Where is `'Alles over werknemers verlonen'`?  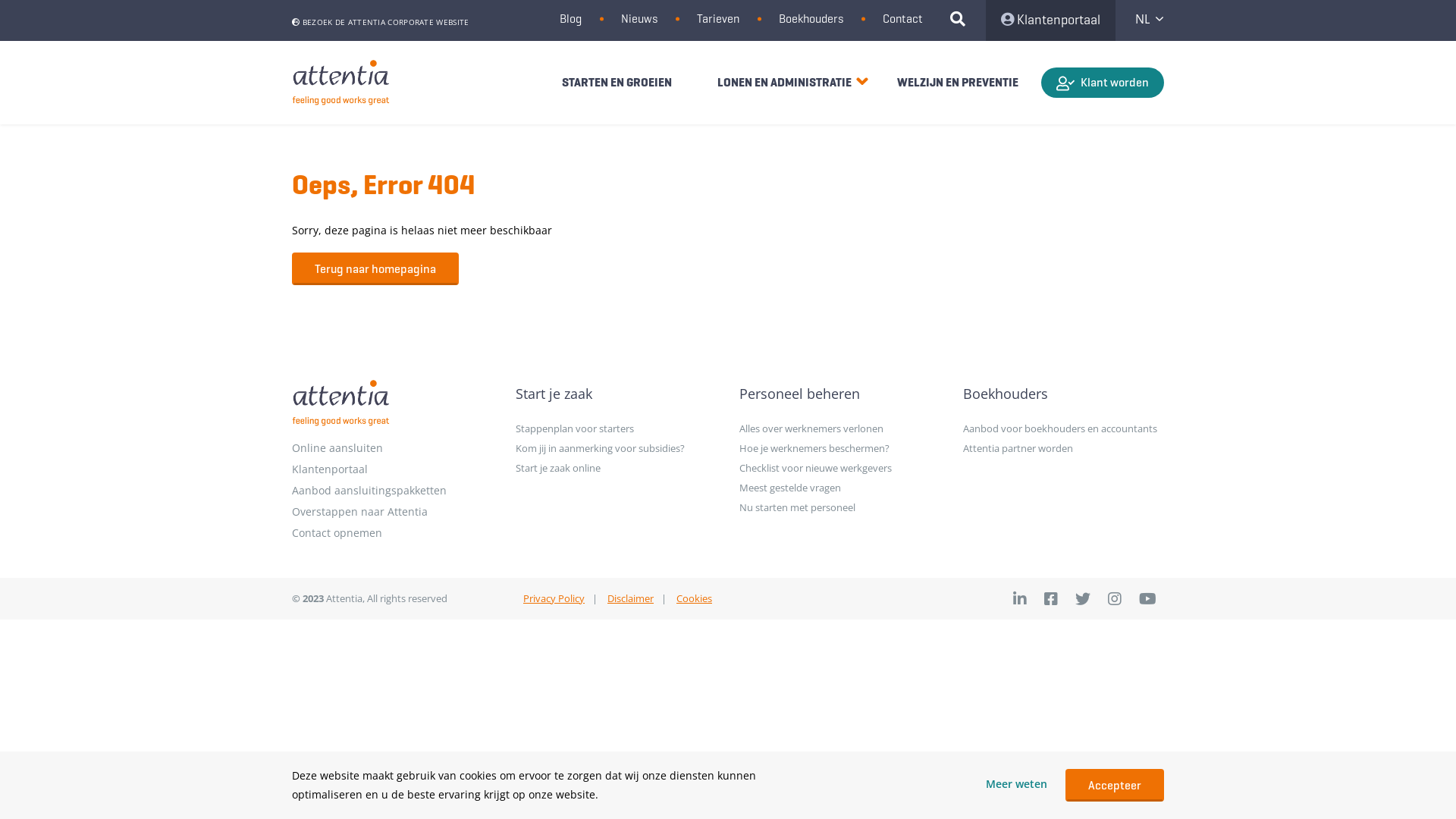 'Alles over werknemers verlonen' is located at coordinates (839, 428).